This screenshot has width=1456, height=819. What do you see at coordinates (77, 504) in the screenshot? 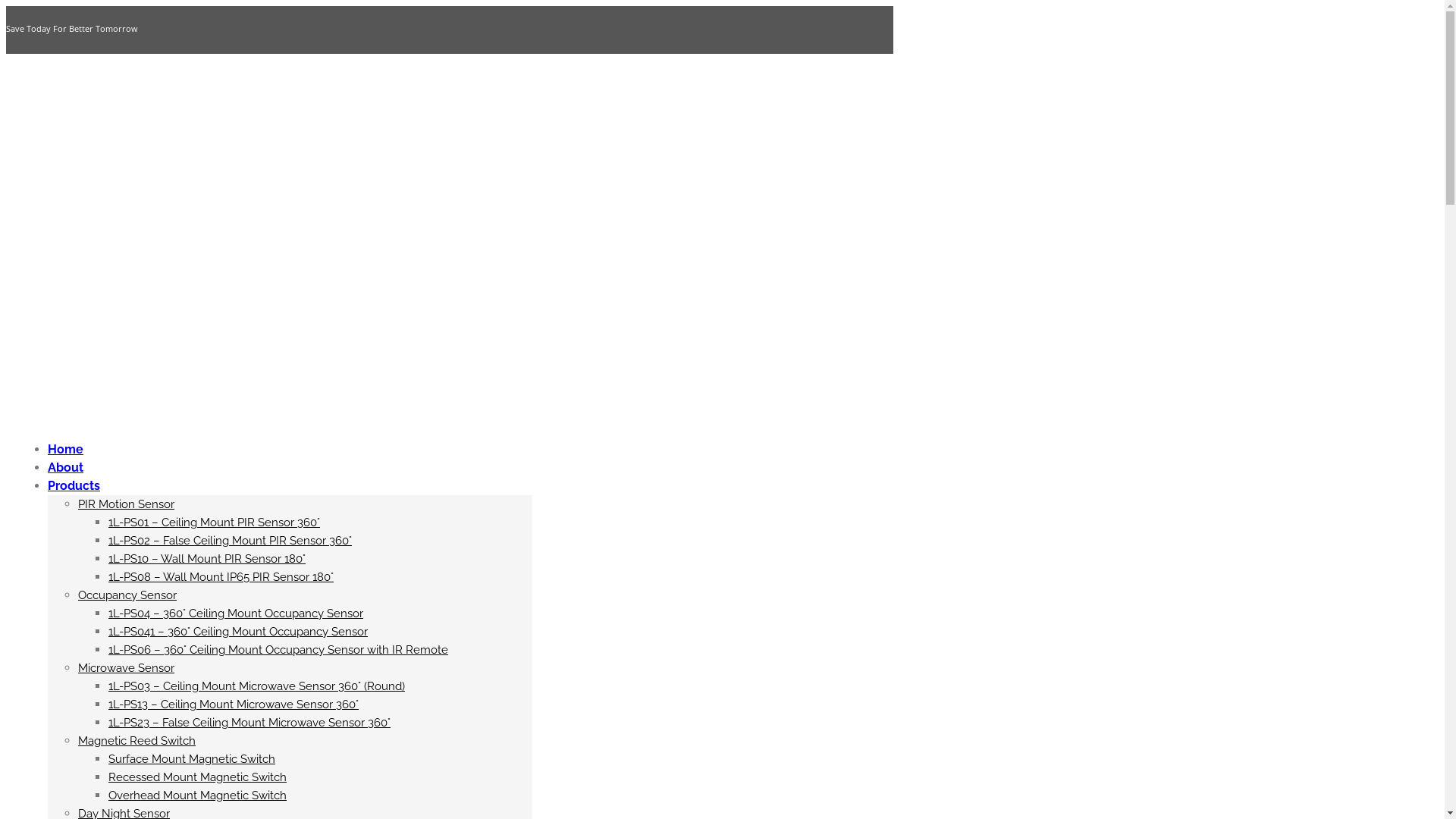
I see `'PIR Motion Sensor'` at bounding box center [77, 504].